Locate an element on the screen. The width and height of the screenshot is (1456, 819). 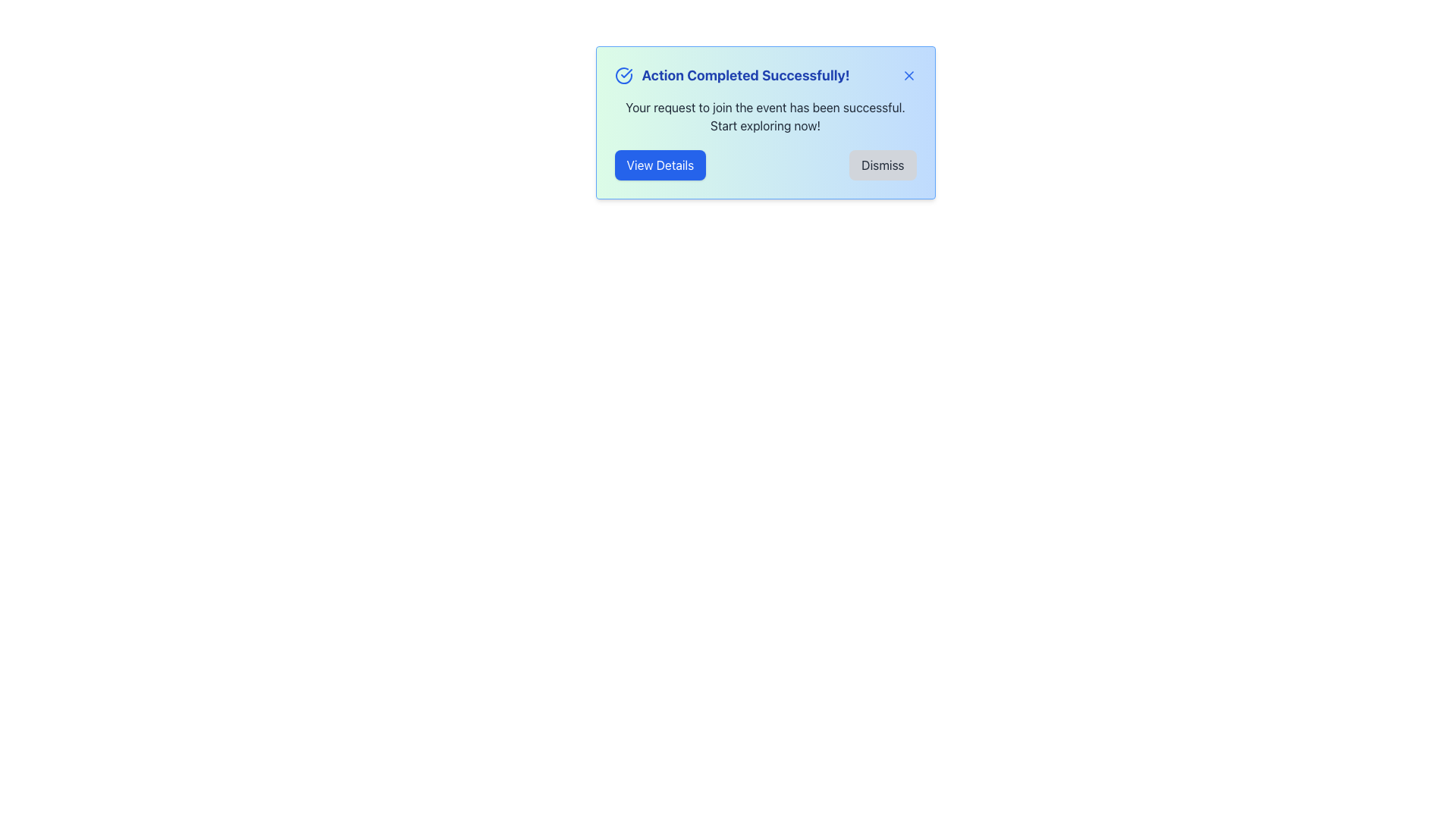
text displayed in the Notification Header, which informs the user of a successful action is located at coordinates (765, 76).